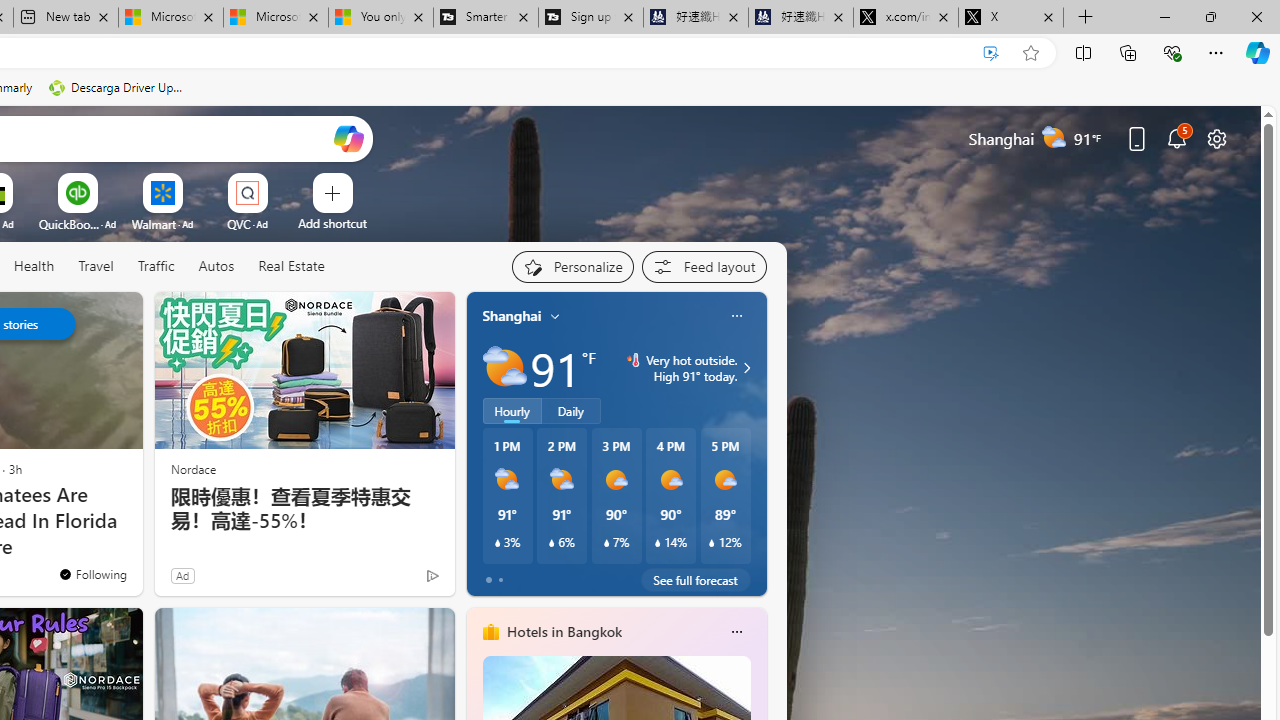 This screenshot has height=720, width=1280. What do you see at coordinates (512, 410) in the screenshot?
I see `'Hourly'` at bounding box center [512, 410].